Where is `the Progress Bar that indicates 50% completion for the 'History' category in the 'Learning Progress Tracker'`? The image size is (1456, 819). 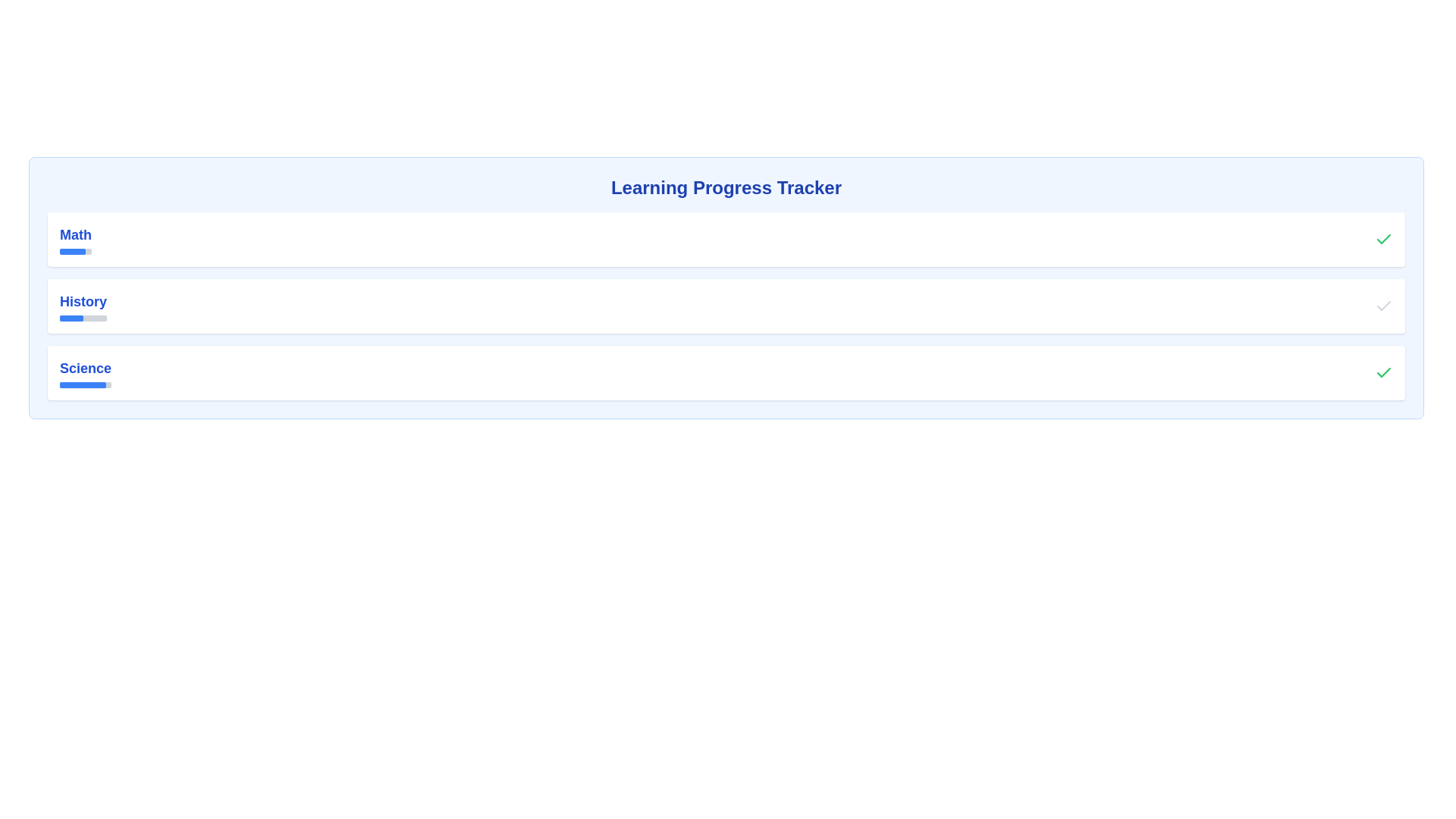 the Progress Bar that indicates 50% completion for the 'History' category in the 'Learning Progress Tracker' is located at coordinates (83, 318).